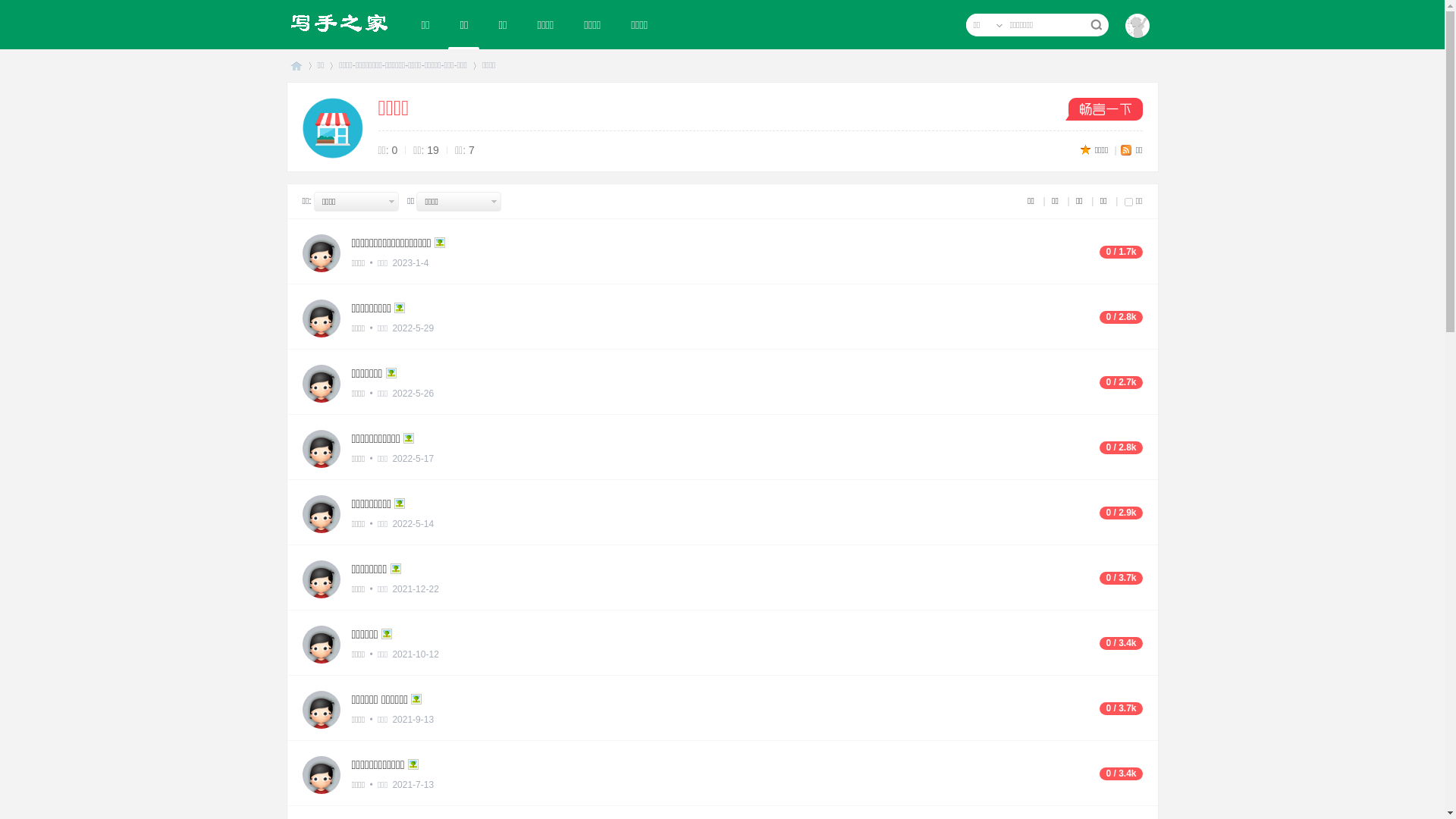 Image resolution: width=1456 pixels, height=819 pixels. Describe the element at coordinates (1095, 25) in the screenshot. I see `'true'` at that location.